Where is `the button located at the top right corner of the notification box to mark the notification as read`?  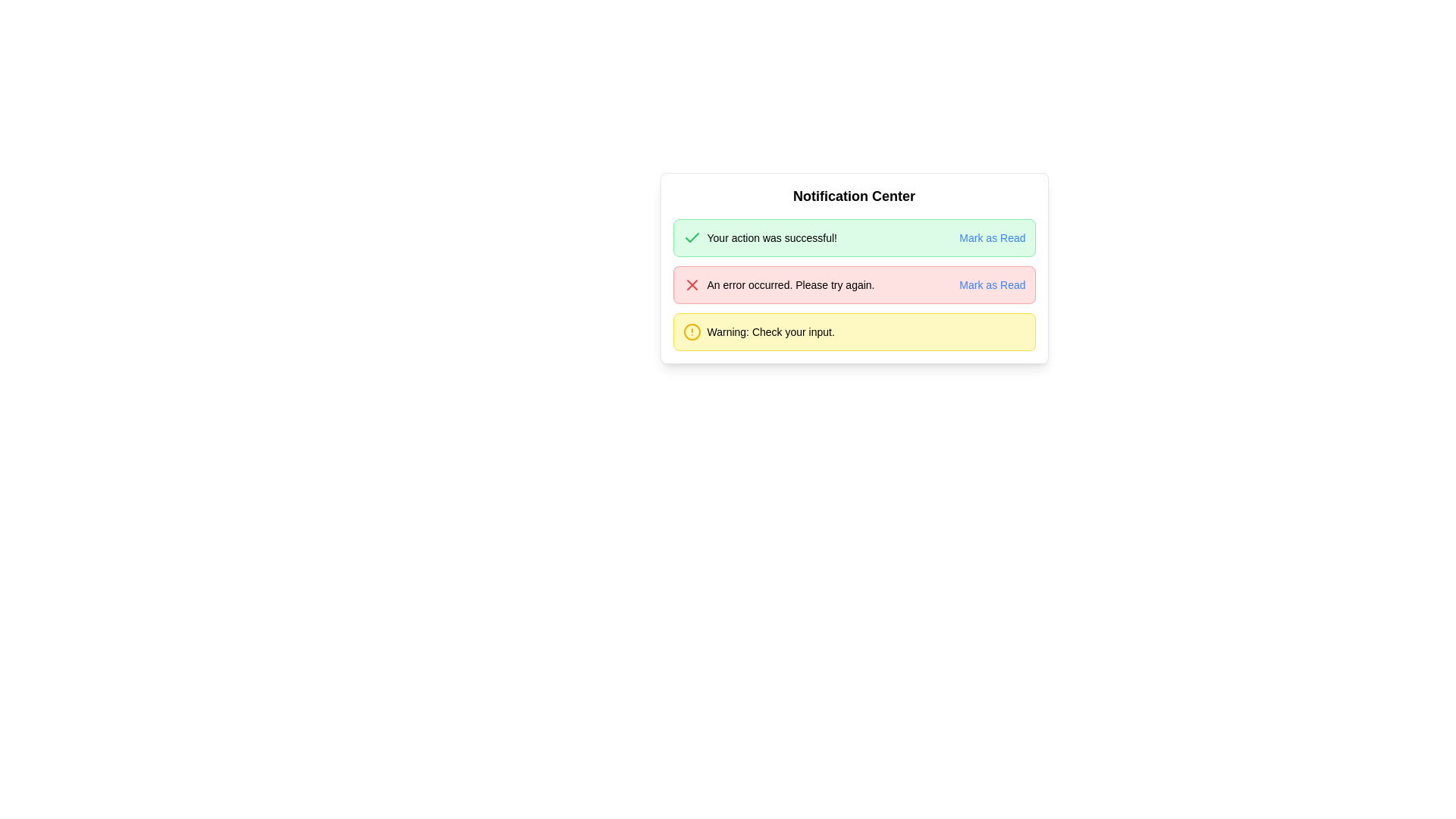
the button located at the top right corner of the notification box to mark the notification as read is located at coordinates (992, 284).